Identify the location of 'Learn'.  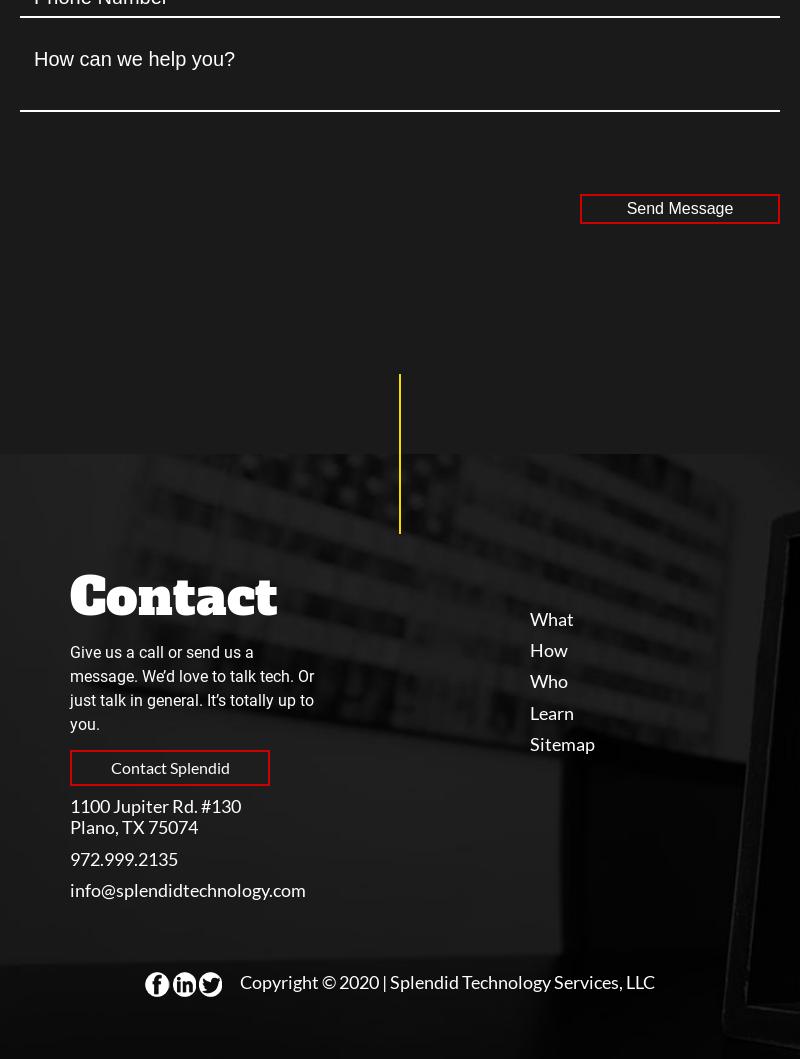
(529, 711).